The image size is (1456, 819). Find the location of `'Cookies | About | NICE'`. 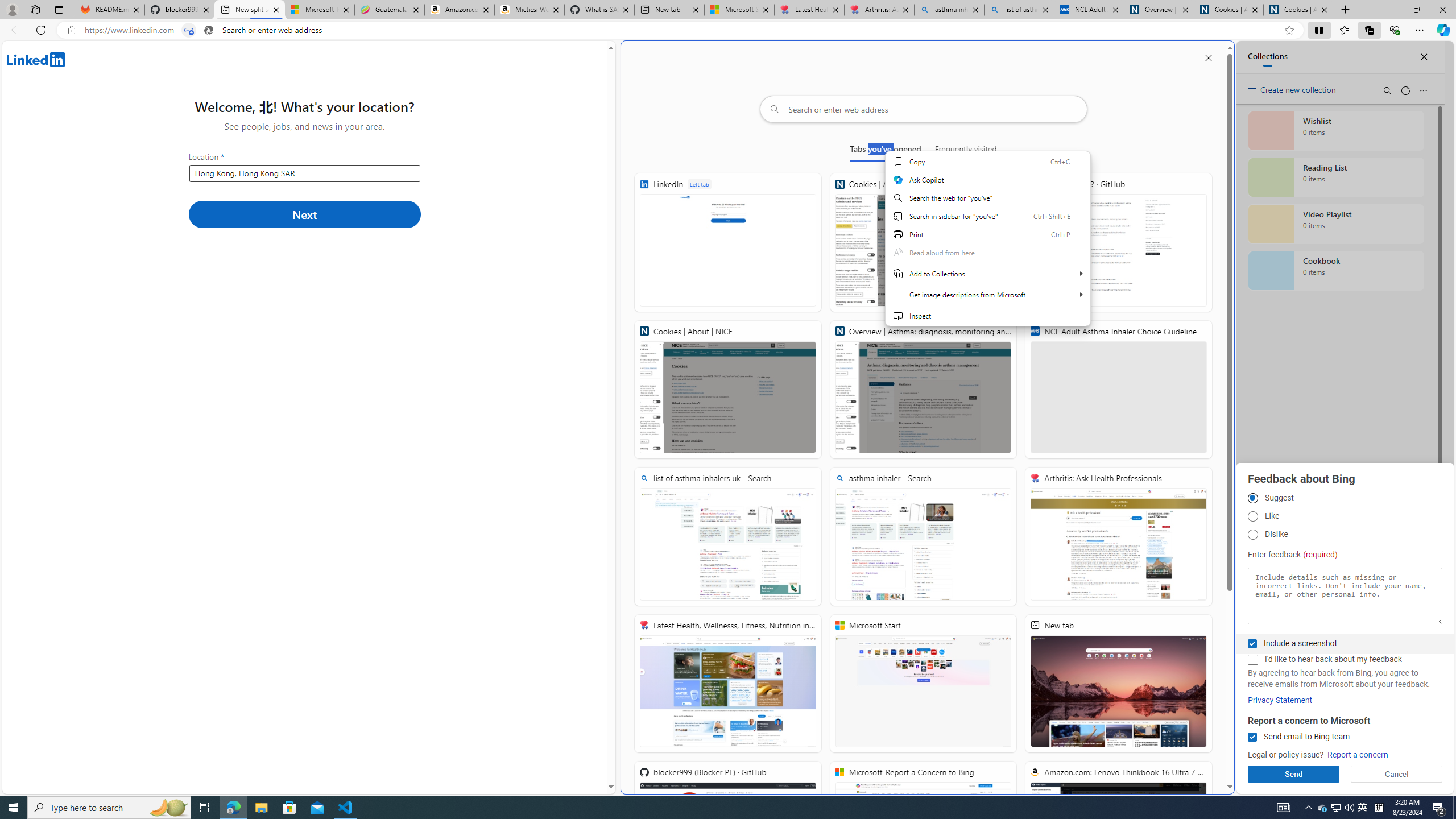

'Cookies | About | NICE' is located at coordinates (728, 388).